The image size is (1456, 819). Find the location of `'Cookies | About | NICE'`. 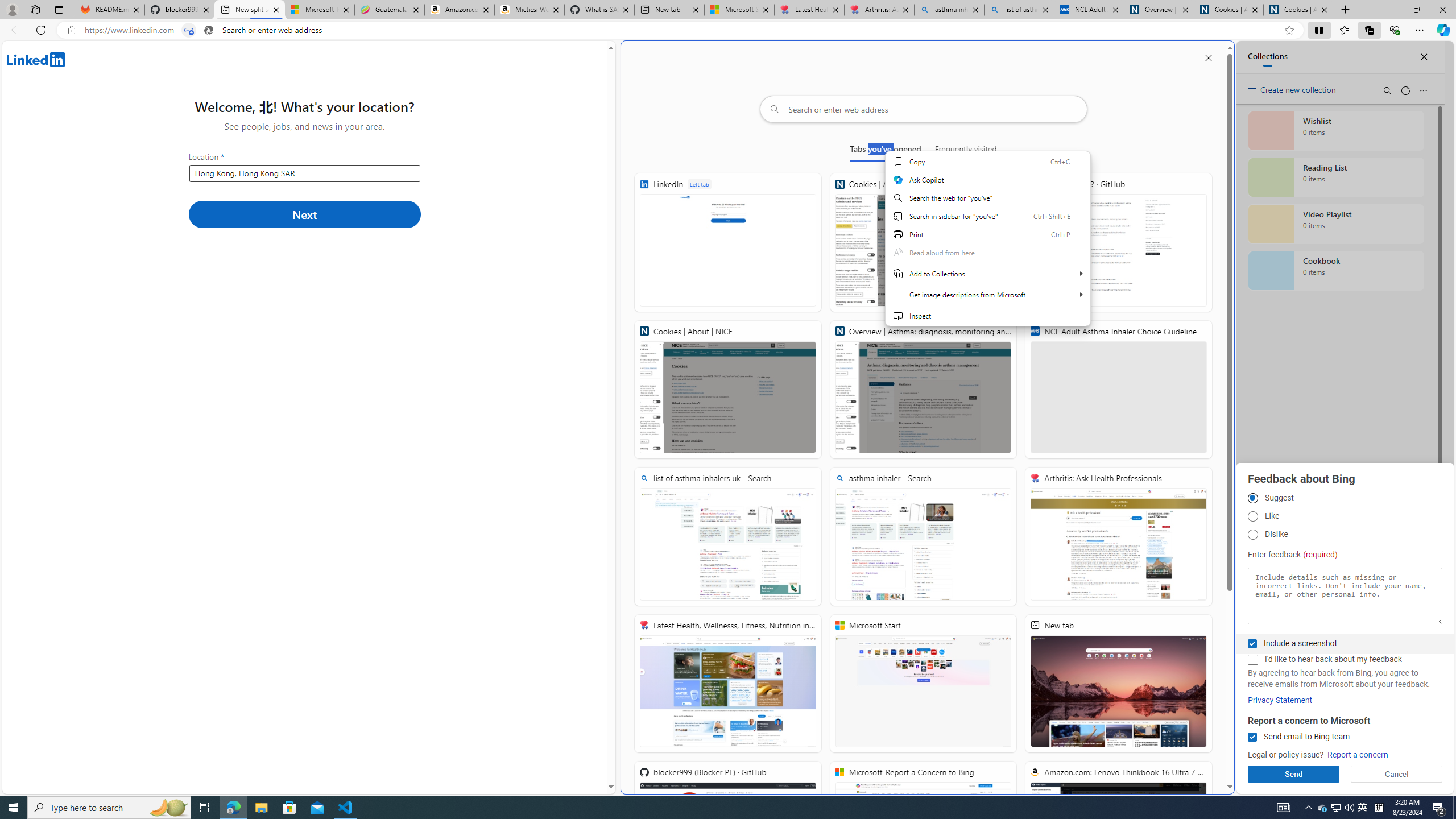

'Cookies | About | NICE' is located at coordinates (728, 388).